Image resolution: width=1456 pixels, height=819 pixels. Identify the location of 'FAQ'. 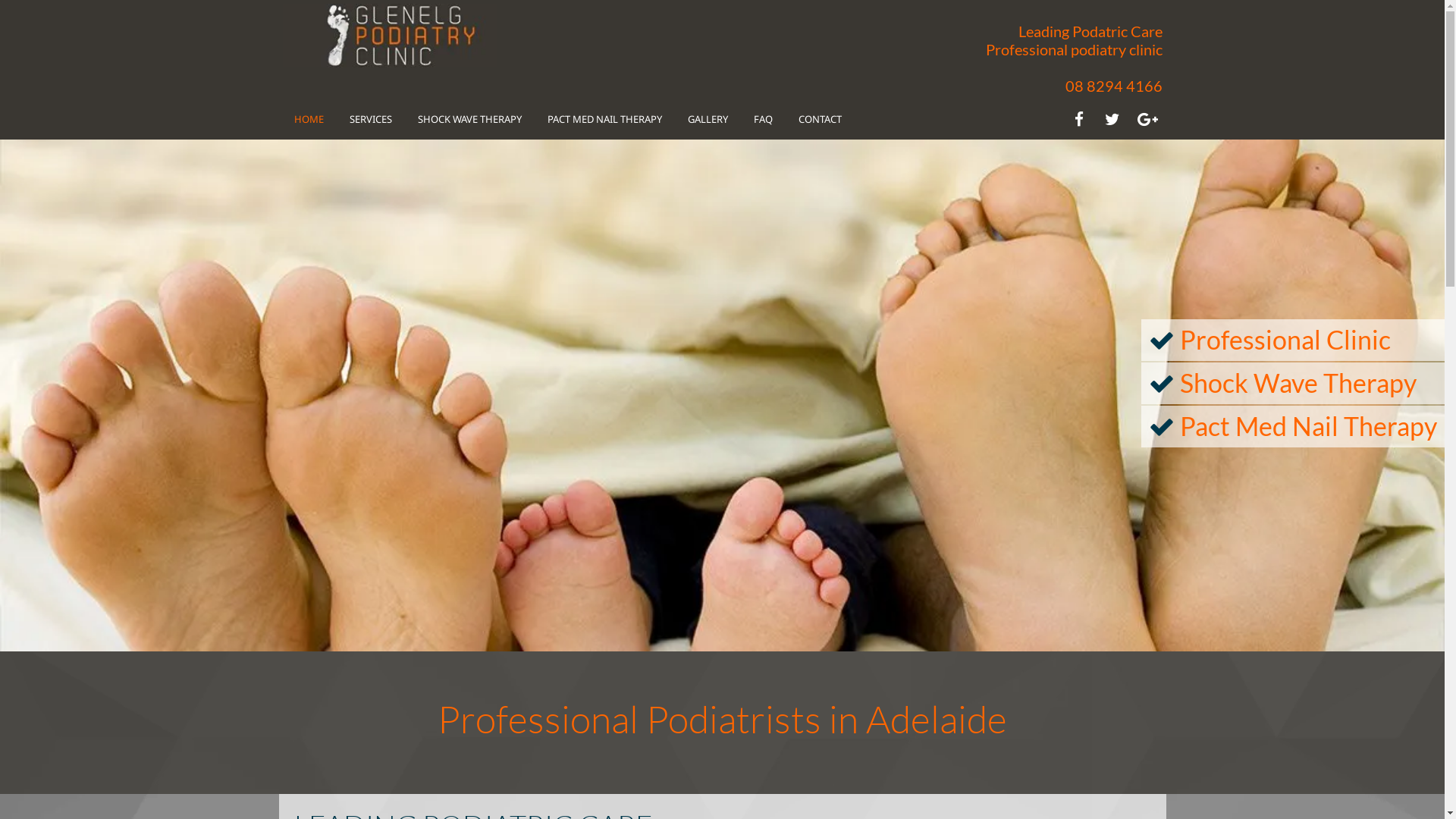
(753, 118).